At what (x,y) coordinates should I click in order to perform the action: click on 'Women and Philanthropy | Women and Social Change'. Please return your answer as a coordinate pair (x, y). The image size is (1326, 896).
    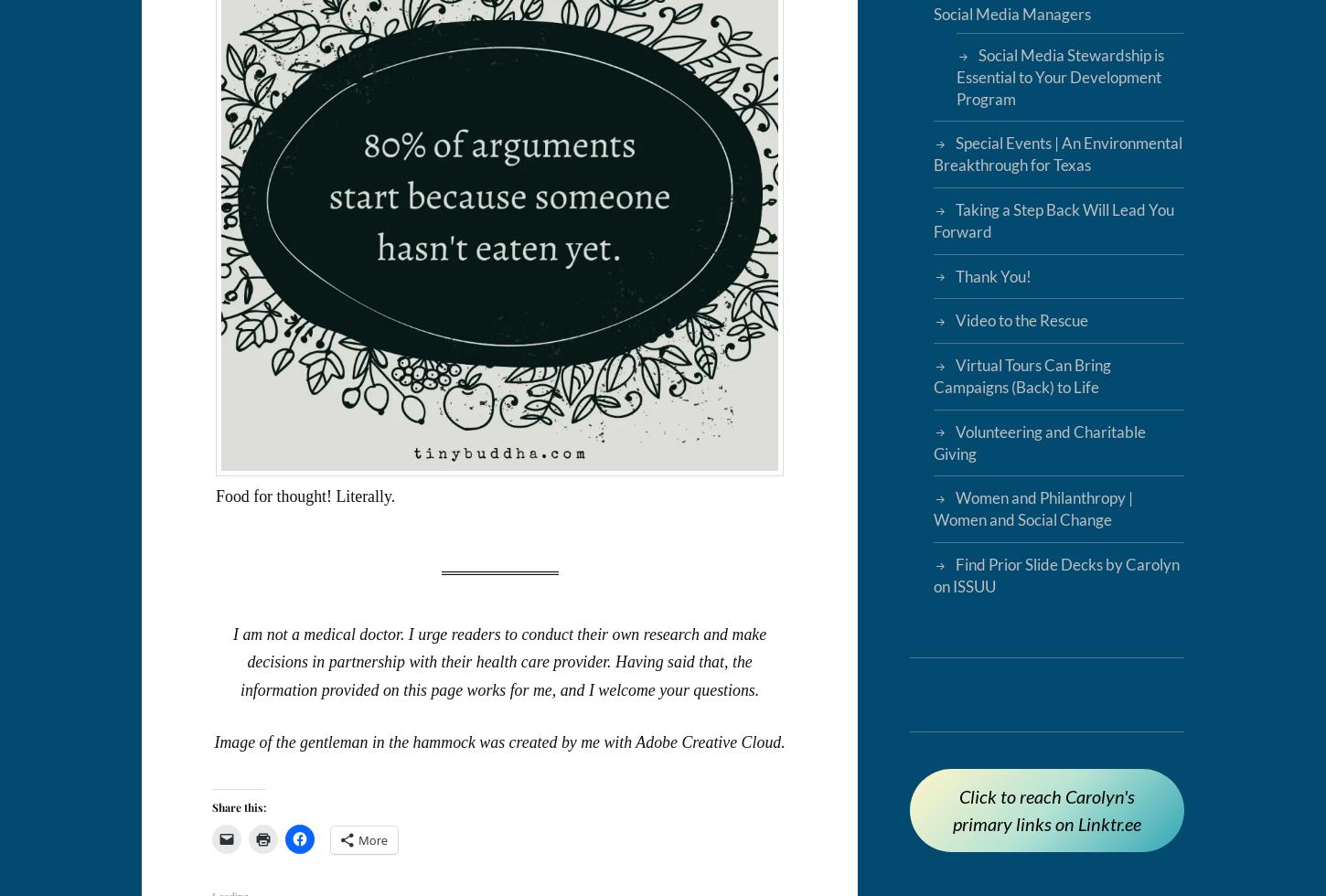
    Looking at the image, I should click on (932, 508).